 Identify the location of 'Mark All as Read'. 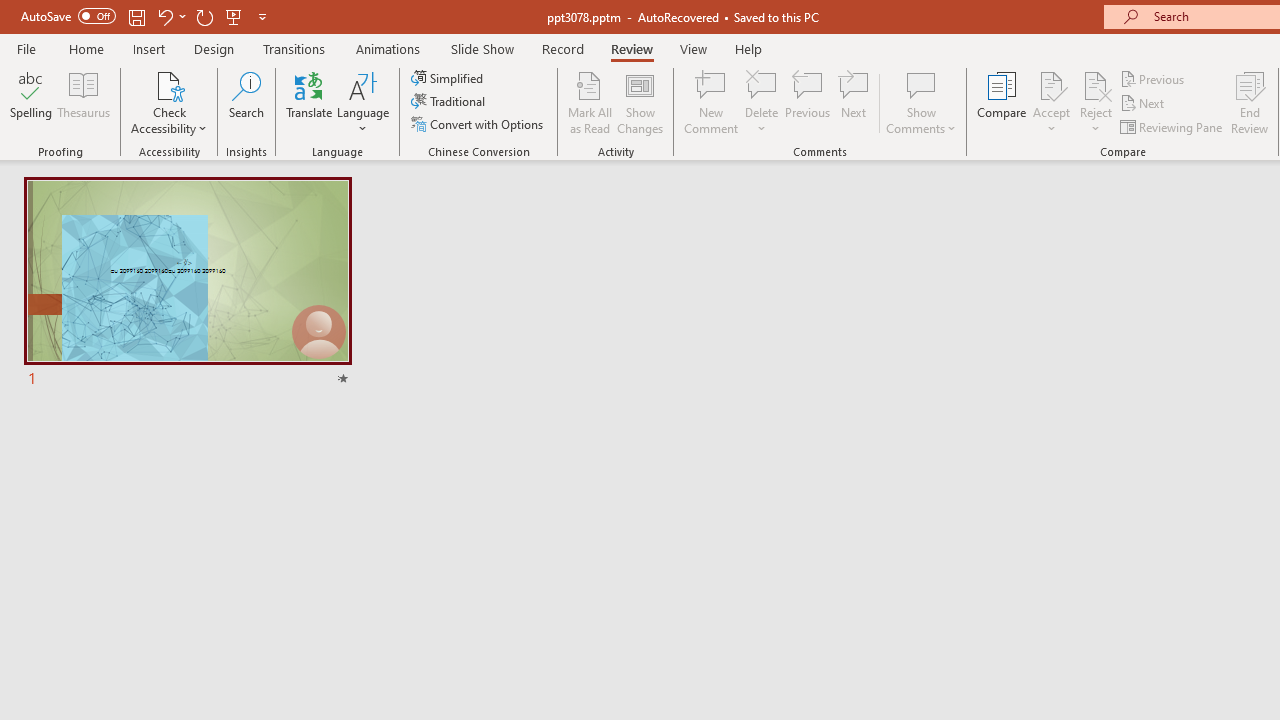
(589, 103).